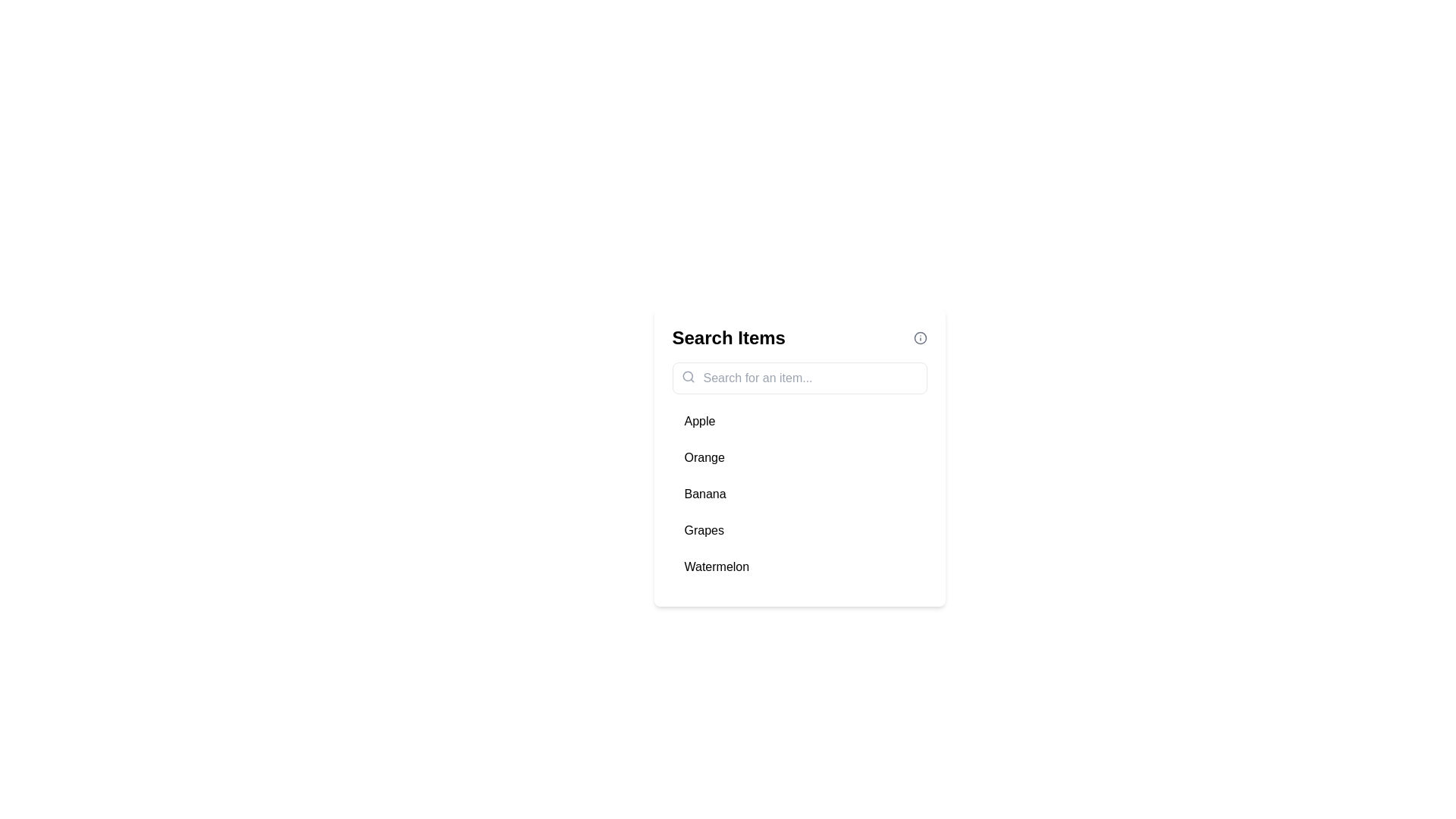  Describe the element at coordinates (687, 376) in the screenshot. I see `the search icon to trigger visual feedback` at that location.